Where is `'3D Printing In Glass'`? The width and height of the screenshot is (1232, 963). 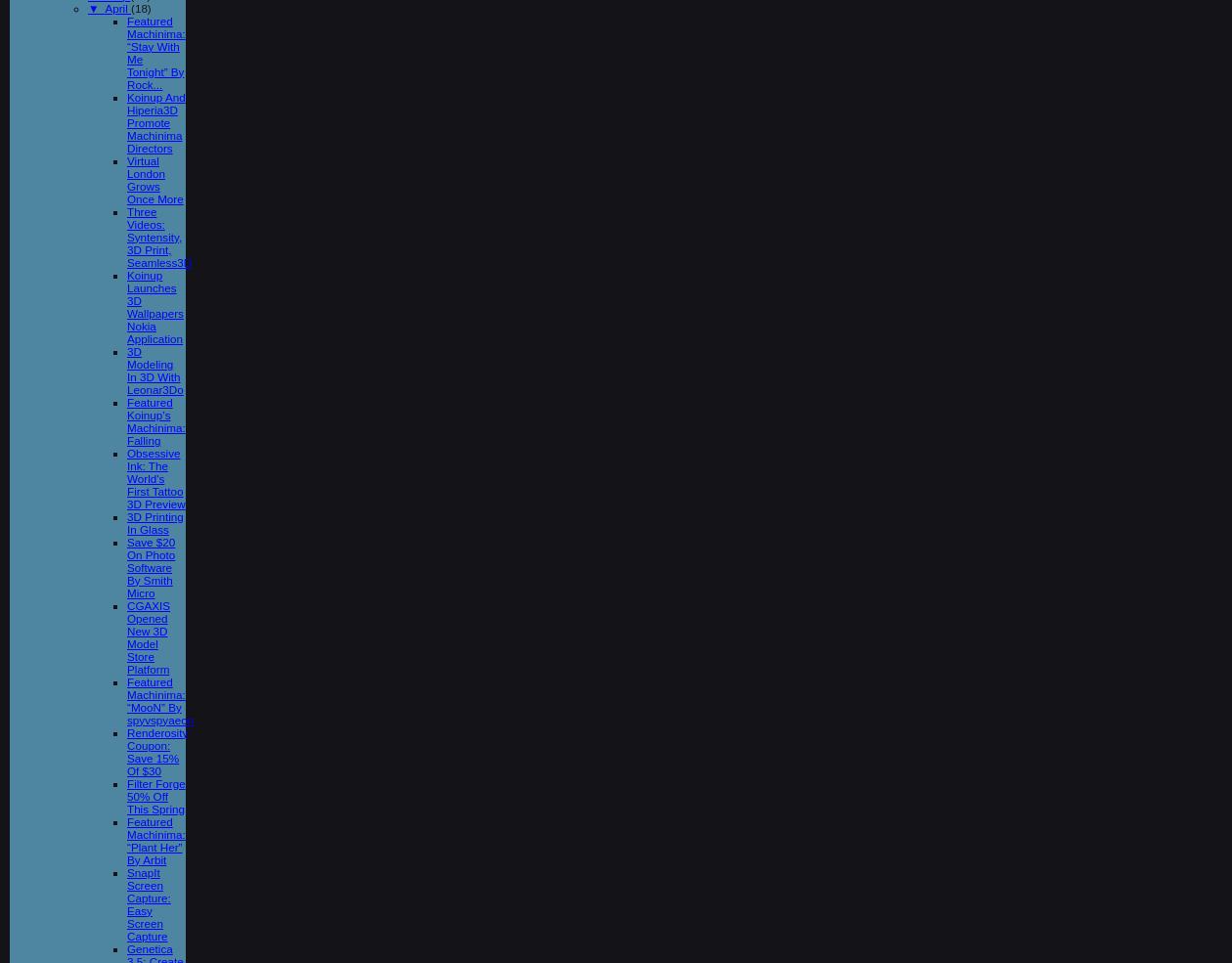
'3D Printing In Glass' is located at coordinates (127, 521).